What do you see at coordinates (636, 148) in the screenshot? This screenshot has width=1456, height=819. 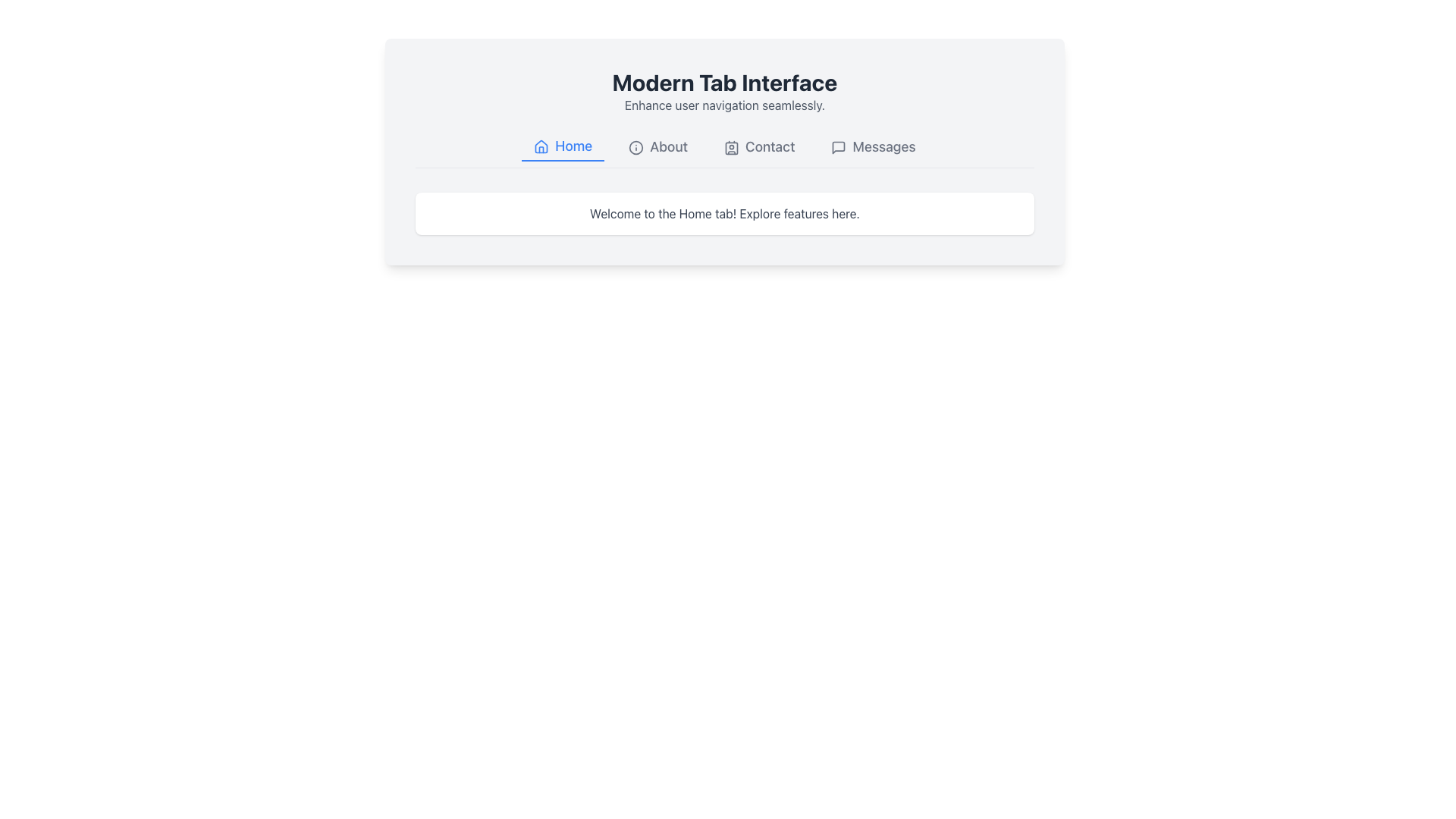 I see `the informational icon located in the navigation bar to the immediate left of the 'About' text` at bounding box center [636, 148].